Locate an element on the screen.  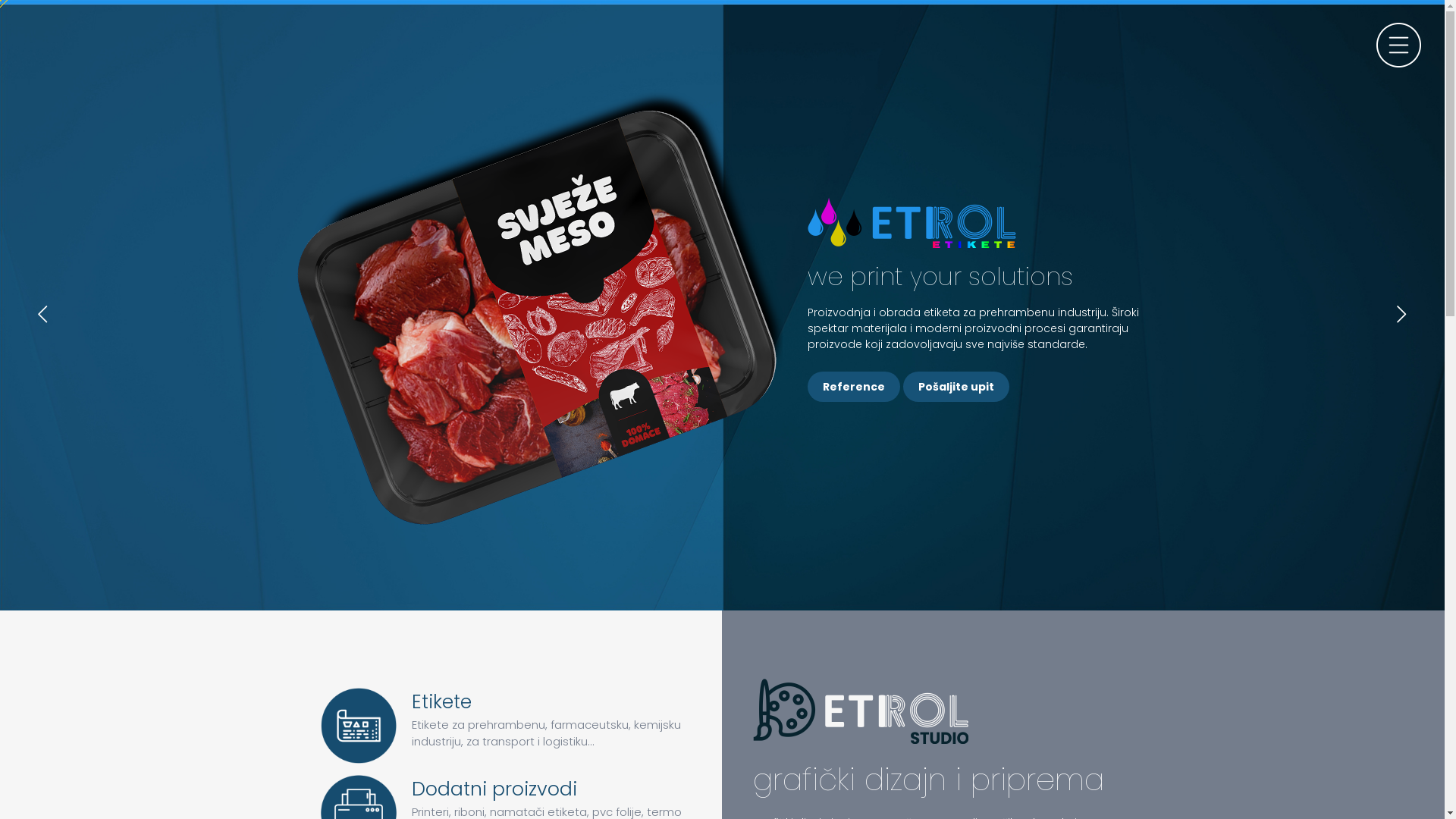
'Reference' is located at coordinates (854, 385).